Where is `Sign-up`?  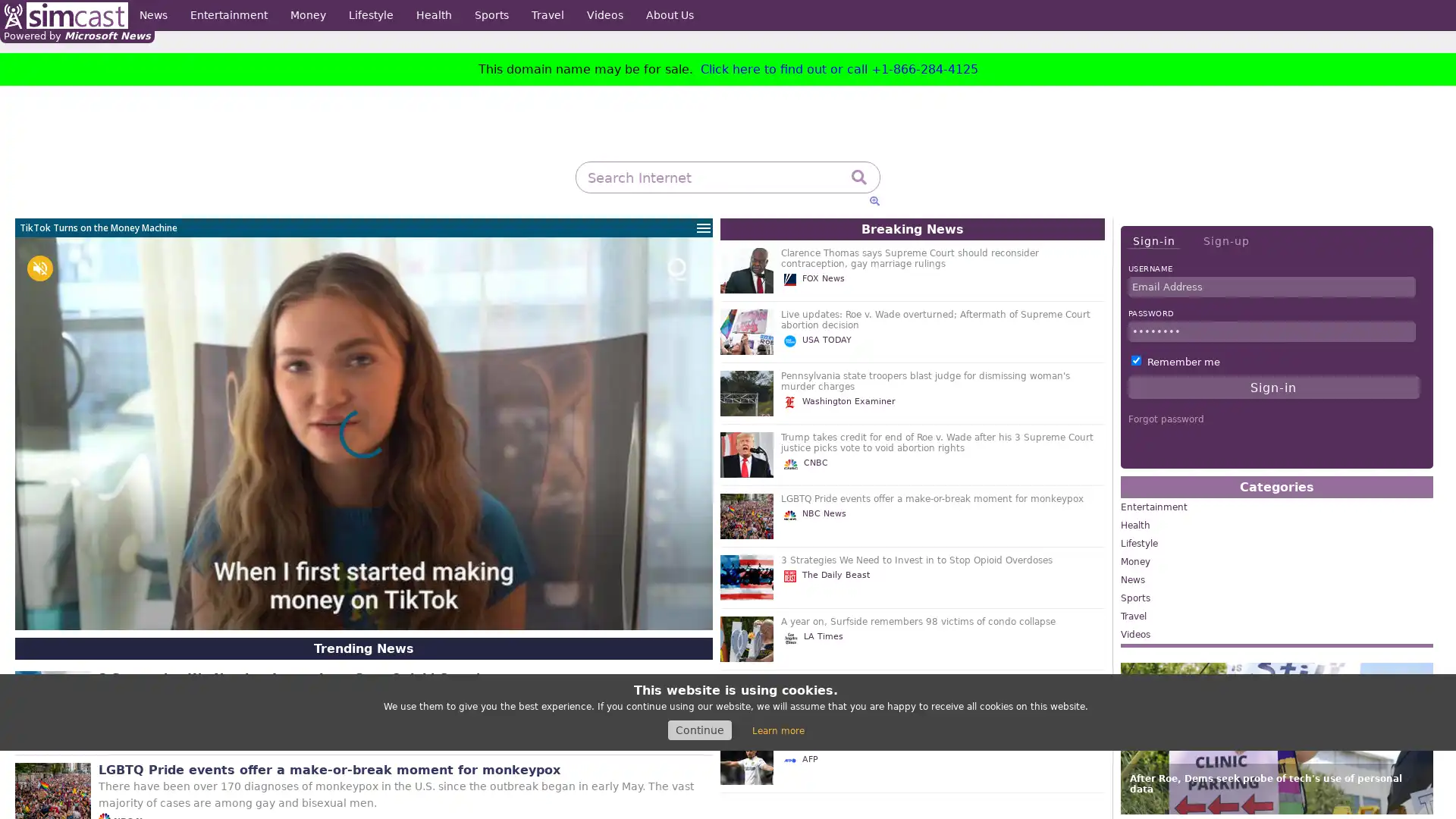
Sign-up is located at coordinates (1225, 240).